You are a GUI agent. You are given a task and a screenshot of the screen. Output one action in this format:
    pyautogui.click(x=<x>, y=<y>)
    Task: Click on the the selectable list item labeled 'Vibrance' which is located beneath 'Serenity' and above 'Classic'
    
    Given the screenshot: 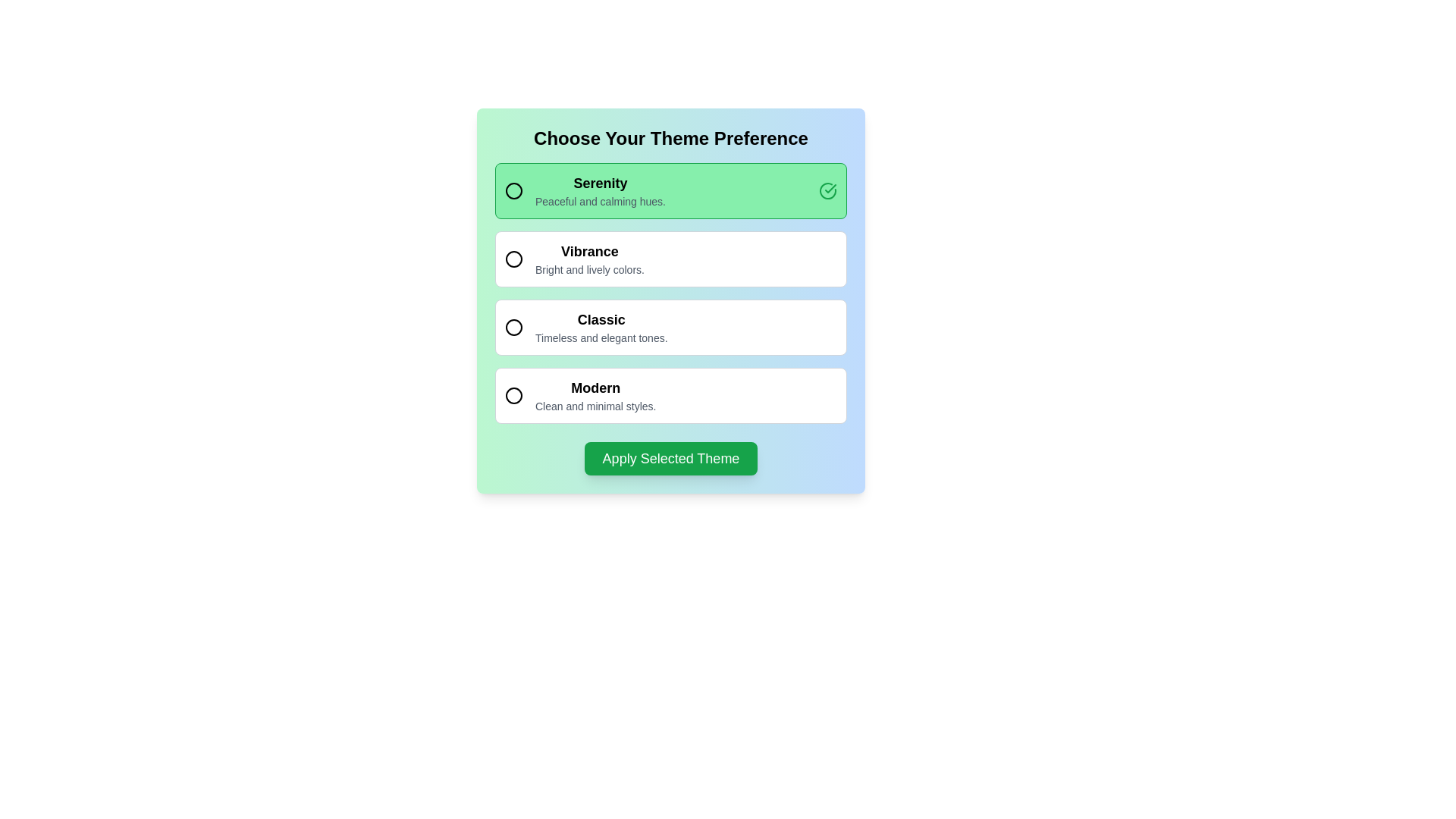 What is the action you would take?
    pyautogui.click(x=574, y=259)
    